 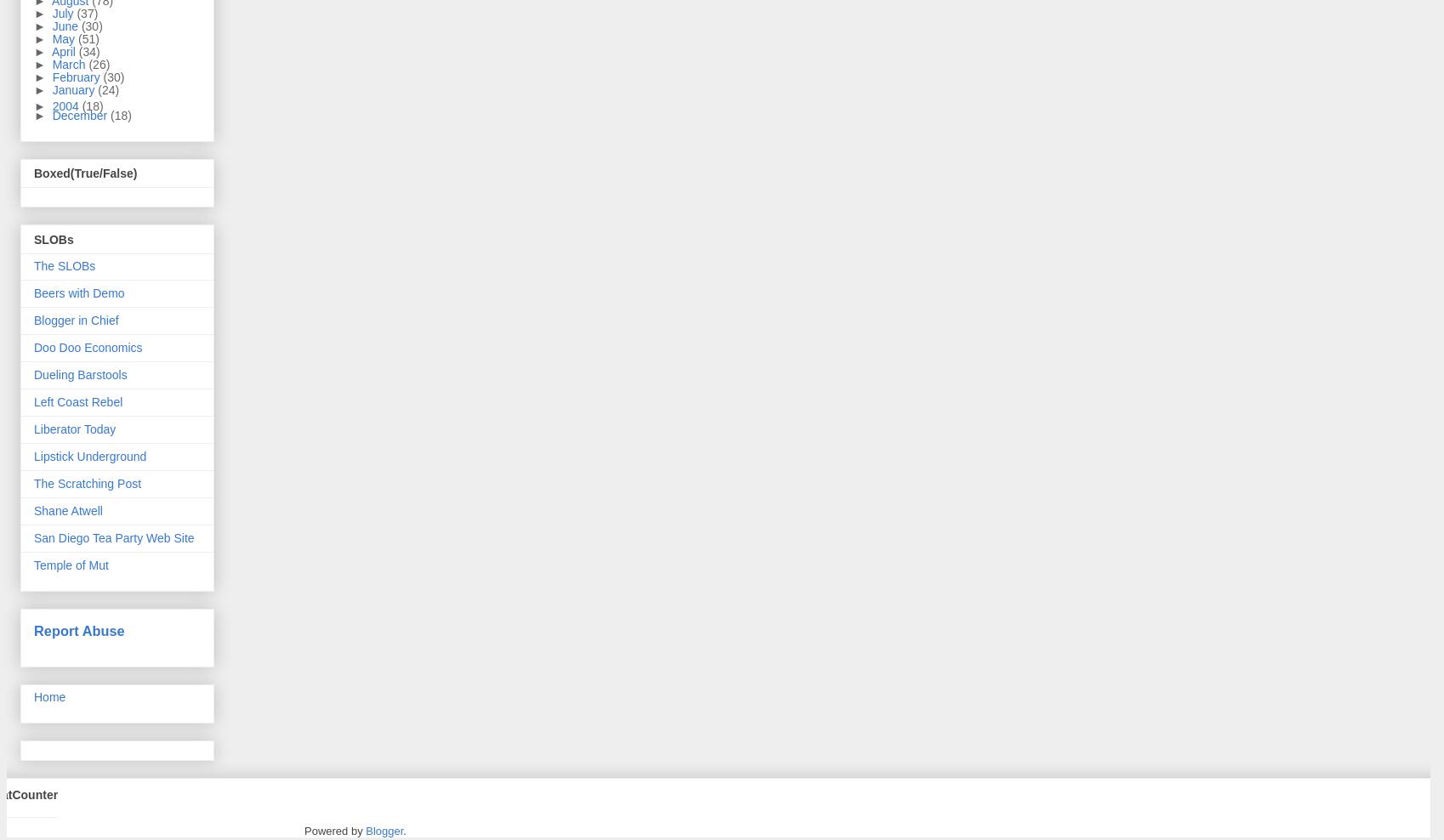 I want to click on 'SLOBs', so click(x=53, y=237).